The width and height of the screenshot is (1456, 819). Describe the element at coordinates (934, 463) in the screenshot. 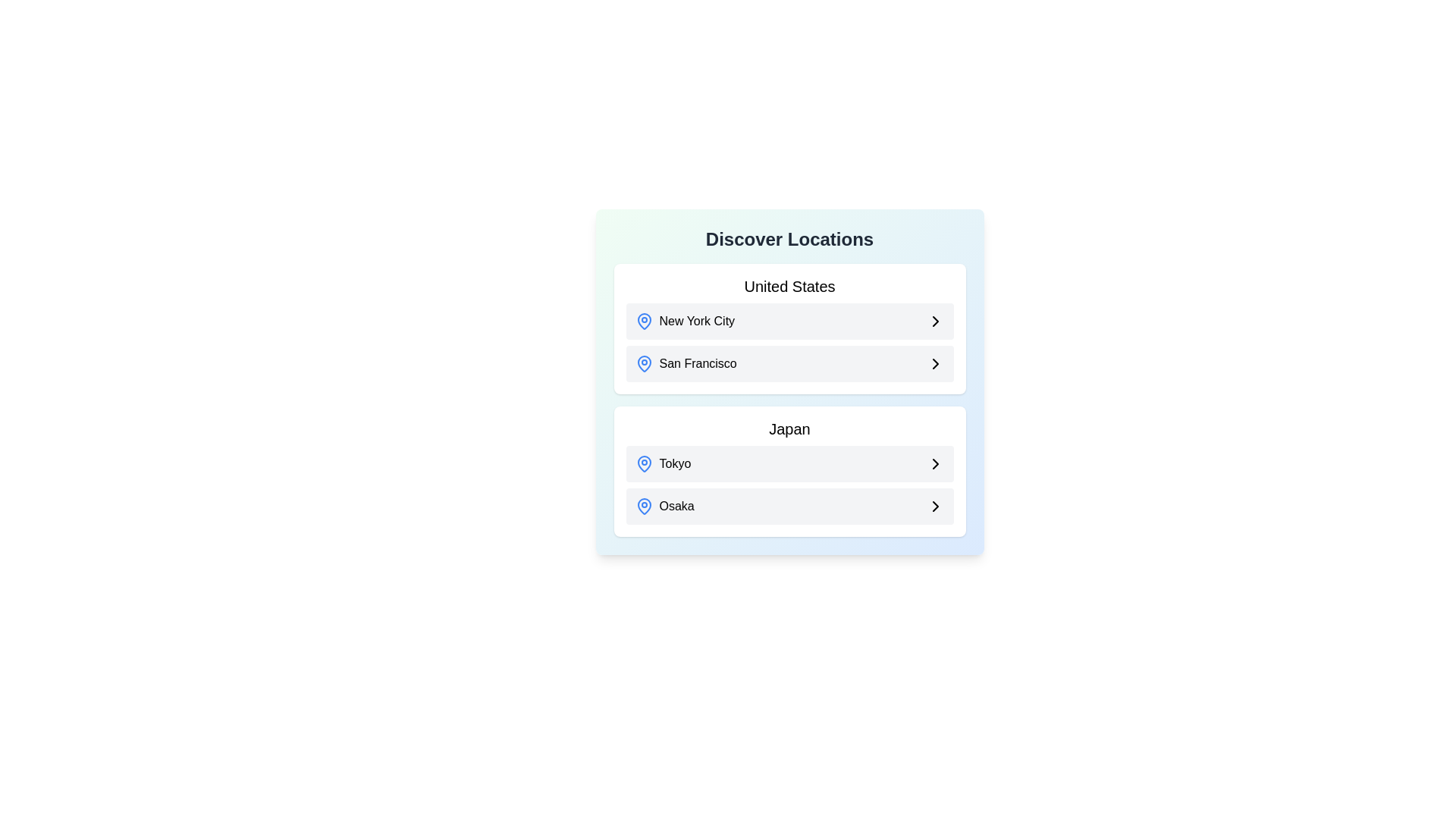

I see `the icon indicating further details for the 'Tokyo' option, which is positioned to the right of the 'Tokyo' label` at that location.